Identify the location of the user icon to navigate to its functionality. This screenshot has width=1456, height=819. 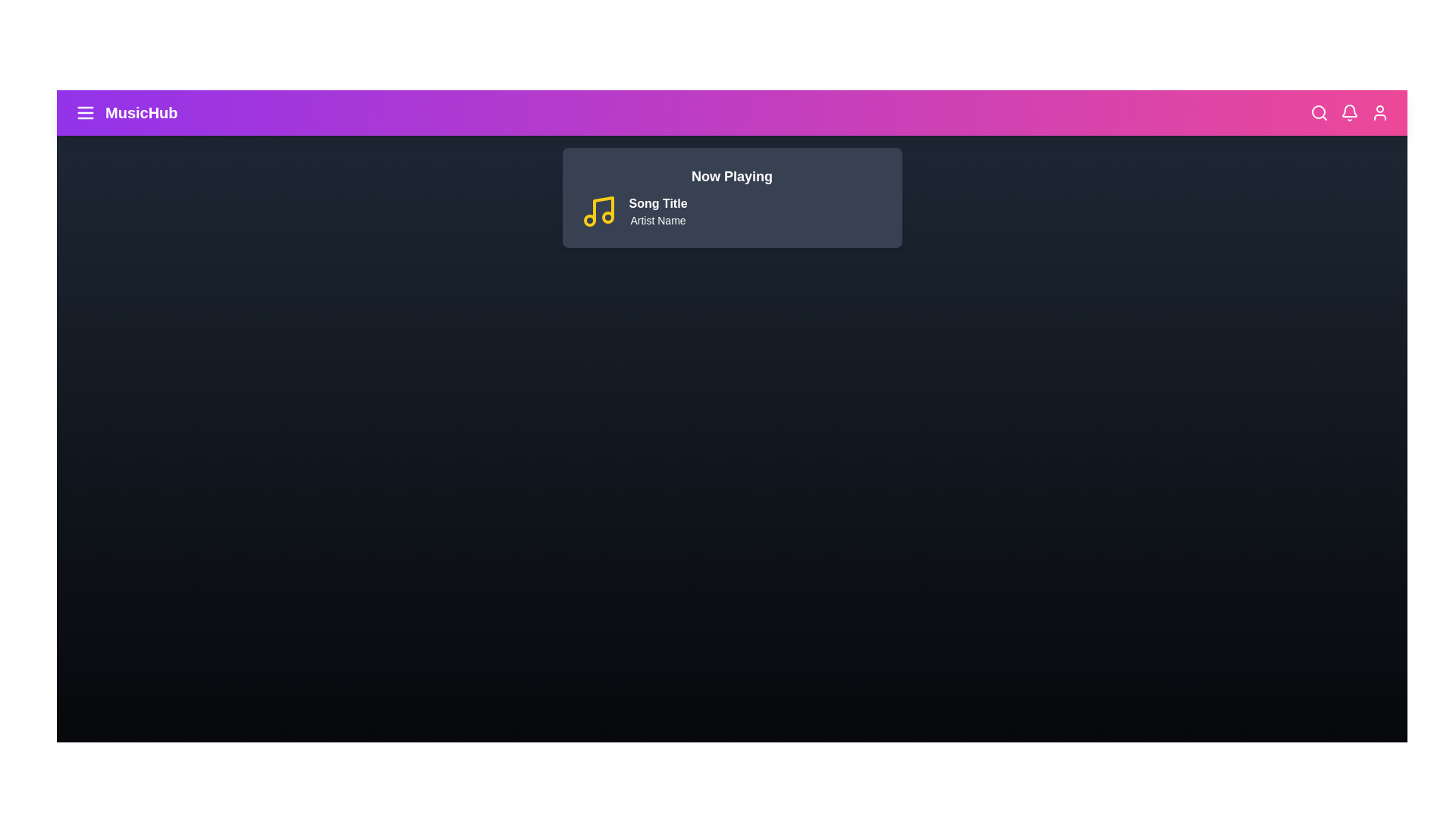
(1379, 112).